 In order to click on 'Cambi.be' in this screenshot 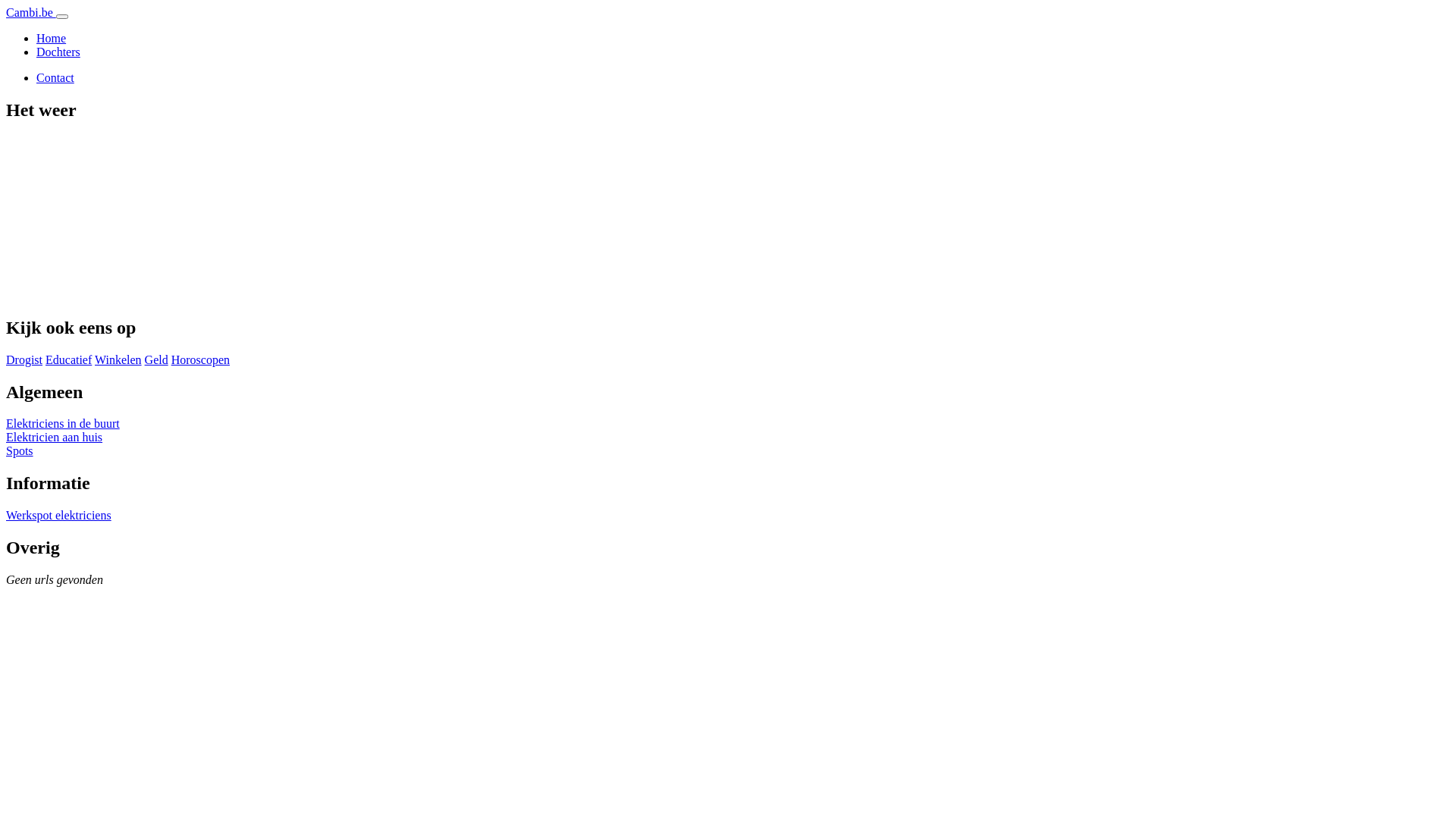, I will do `click(31, 12)`.